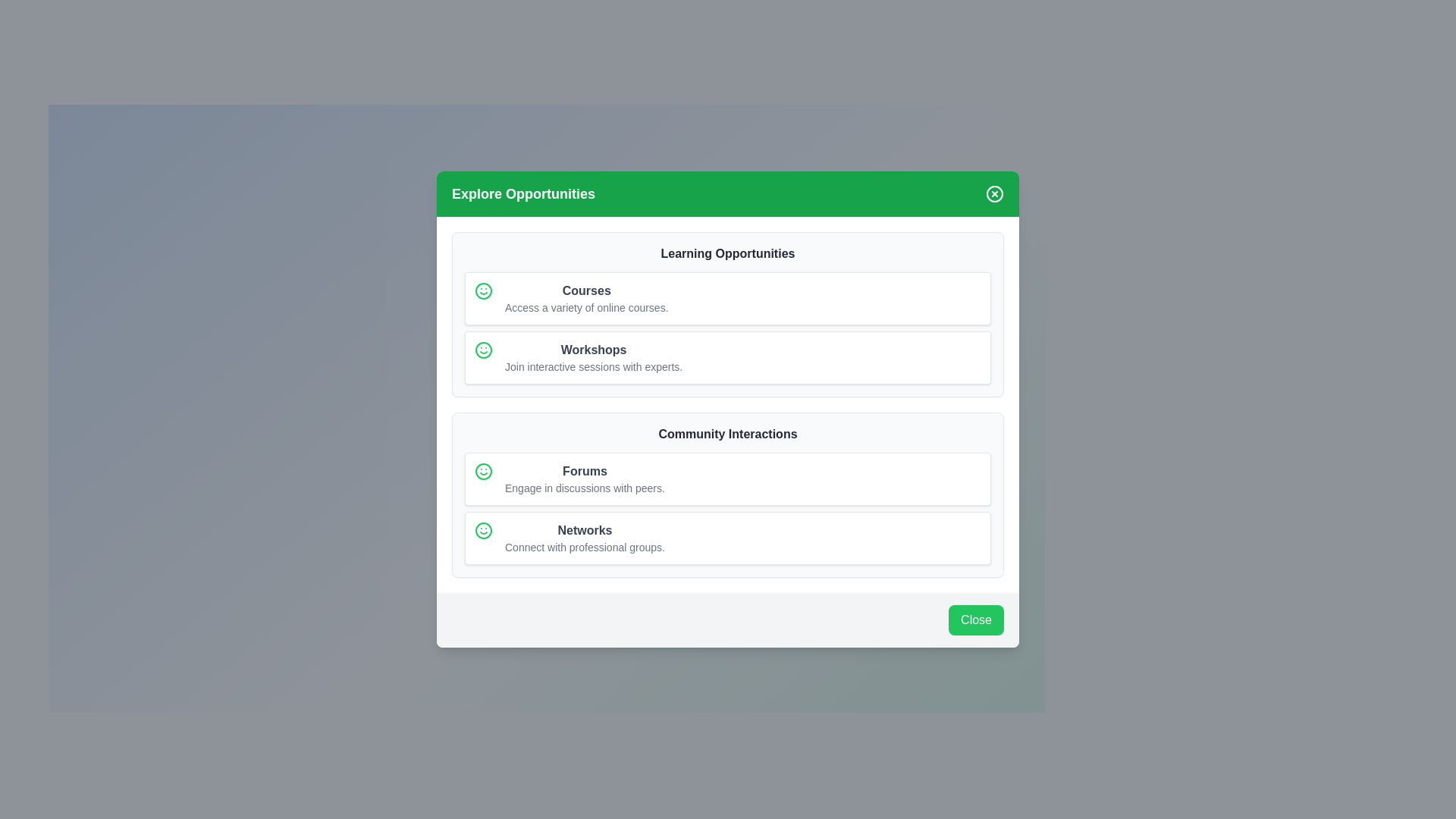 The height and width of the screenshot is (819, 1456). What do you see at coordinates (584, 547) in the screenshot?
I see `the supplementary description text for the 'Networks' section located below the 'Networks' header in the 'Community Interactions' group` at bounding box center [584, 547].